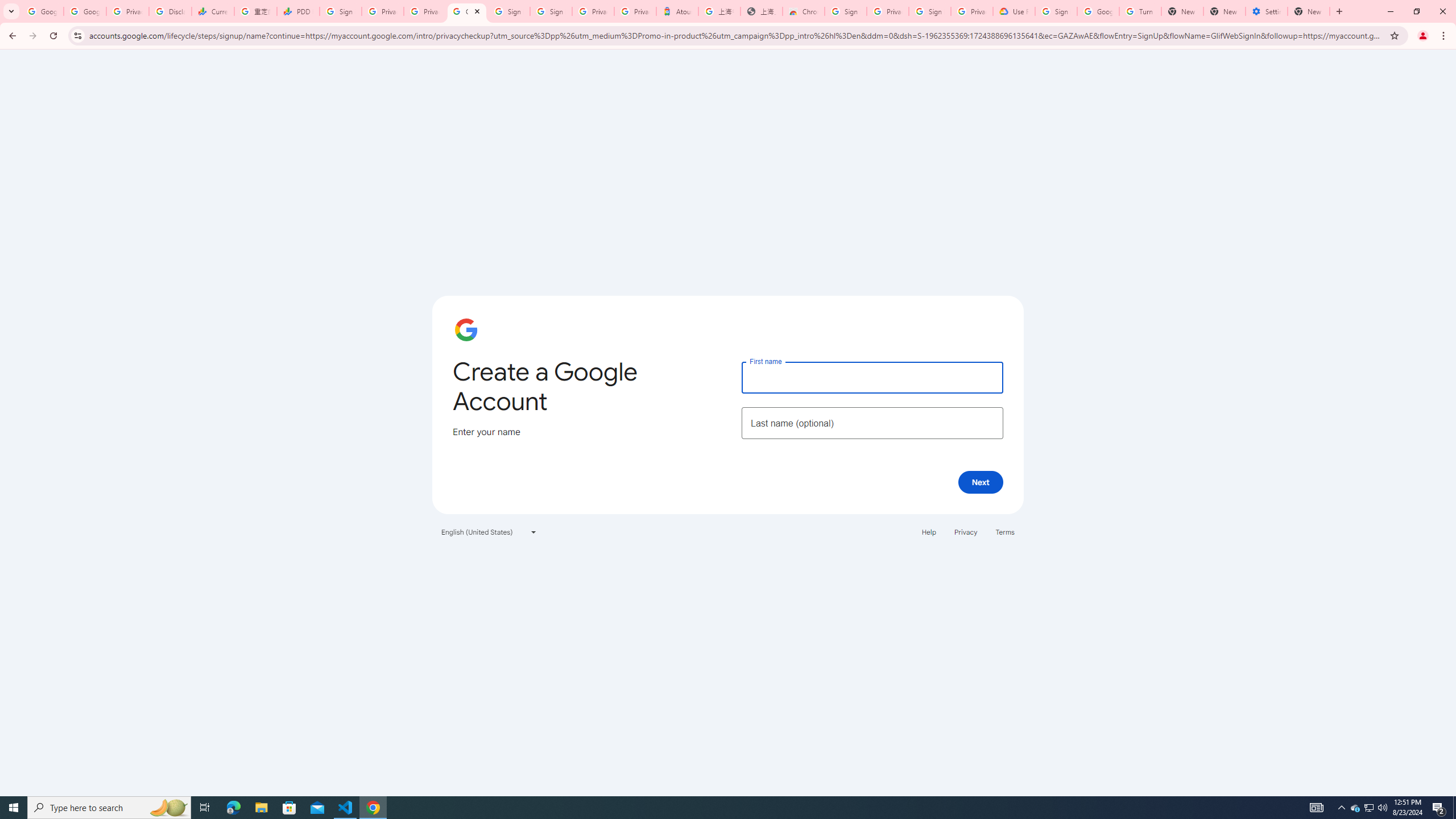 This screenshot has width=1456, height=819. What do you see at coordinates (965, 531) in the screenshot?
I see `'Privacy'` at bounding box center [965, 531].